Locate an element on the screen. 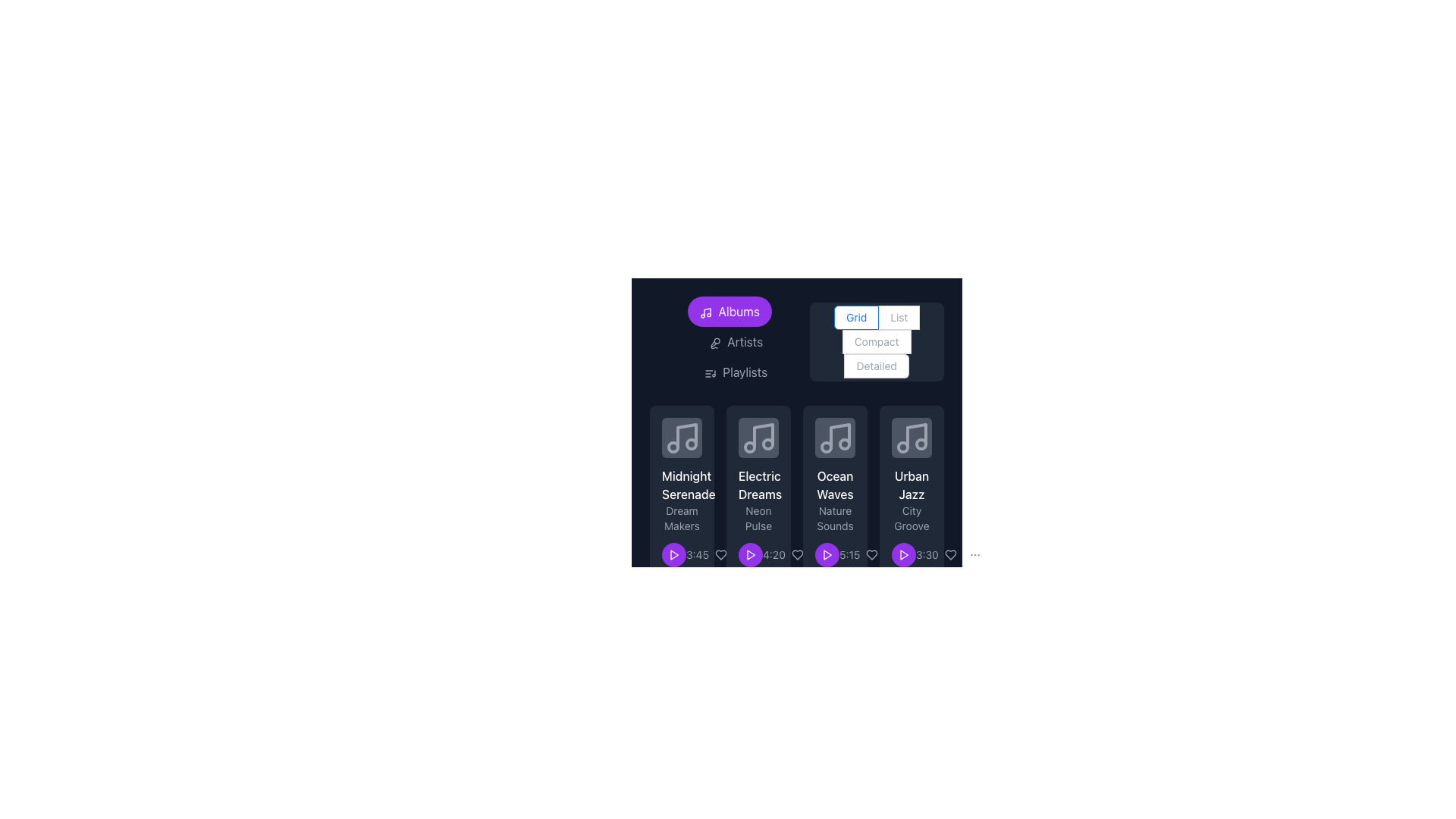 The height and width of the screenshot is (819, 1456). the time label located in the third column of the audio track grid layout, positioned below the play button and aligned with the heart icon is located at coordinates (849, 555).